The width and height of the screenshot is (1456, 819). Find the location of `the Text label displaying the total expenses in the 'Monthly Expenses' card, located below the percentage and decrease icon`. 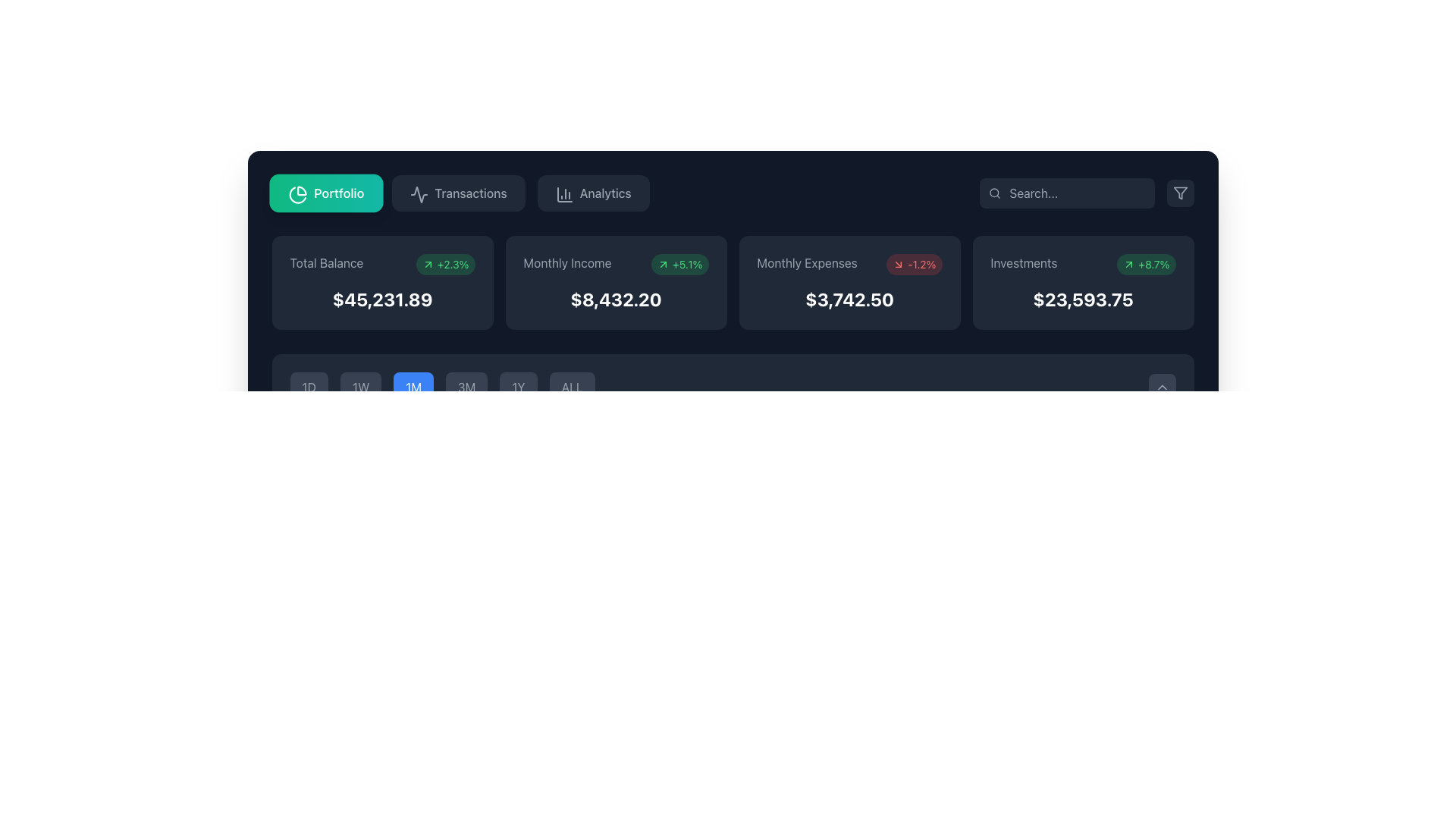

the Text label displaying the total expenses in the 'Monthly Expenses' card, located below the percentage and decrease icon is located at coordinates (849, 299).